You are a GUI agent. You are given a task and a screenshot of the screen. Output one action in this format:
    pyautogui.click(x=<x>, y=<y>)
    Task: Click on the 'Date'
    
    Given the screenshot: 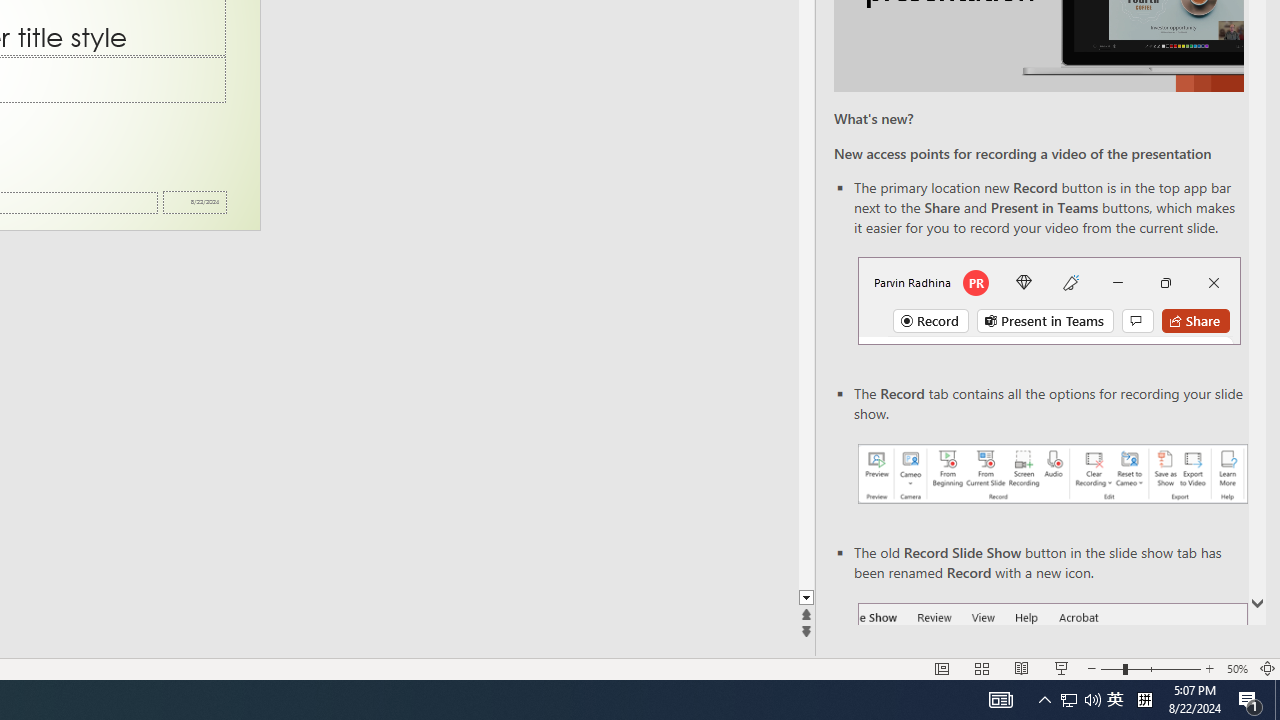 What is the action you would take?
    pyautogui.click(x=194, y=202)
    